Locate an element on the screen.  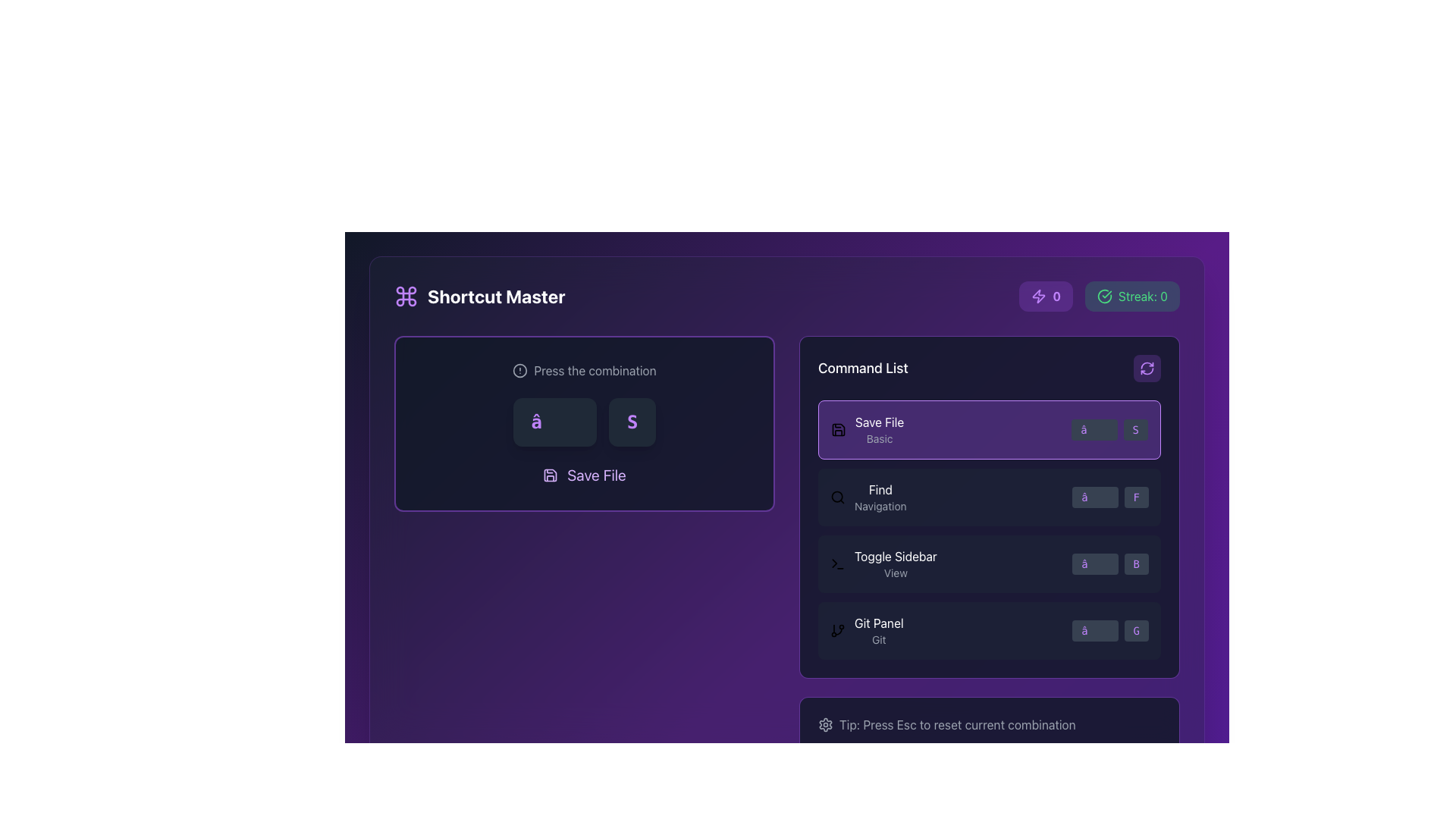
the button-like key label with a dark background and a purple letter 'G' centered within it, located near the 'Git Panel' label in the Command List section is located at coordinates (1136, 631).